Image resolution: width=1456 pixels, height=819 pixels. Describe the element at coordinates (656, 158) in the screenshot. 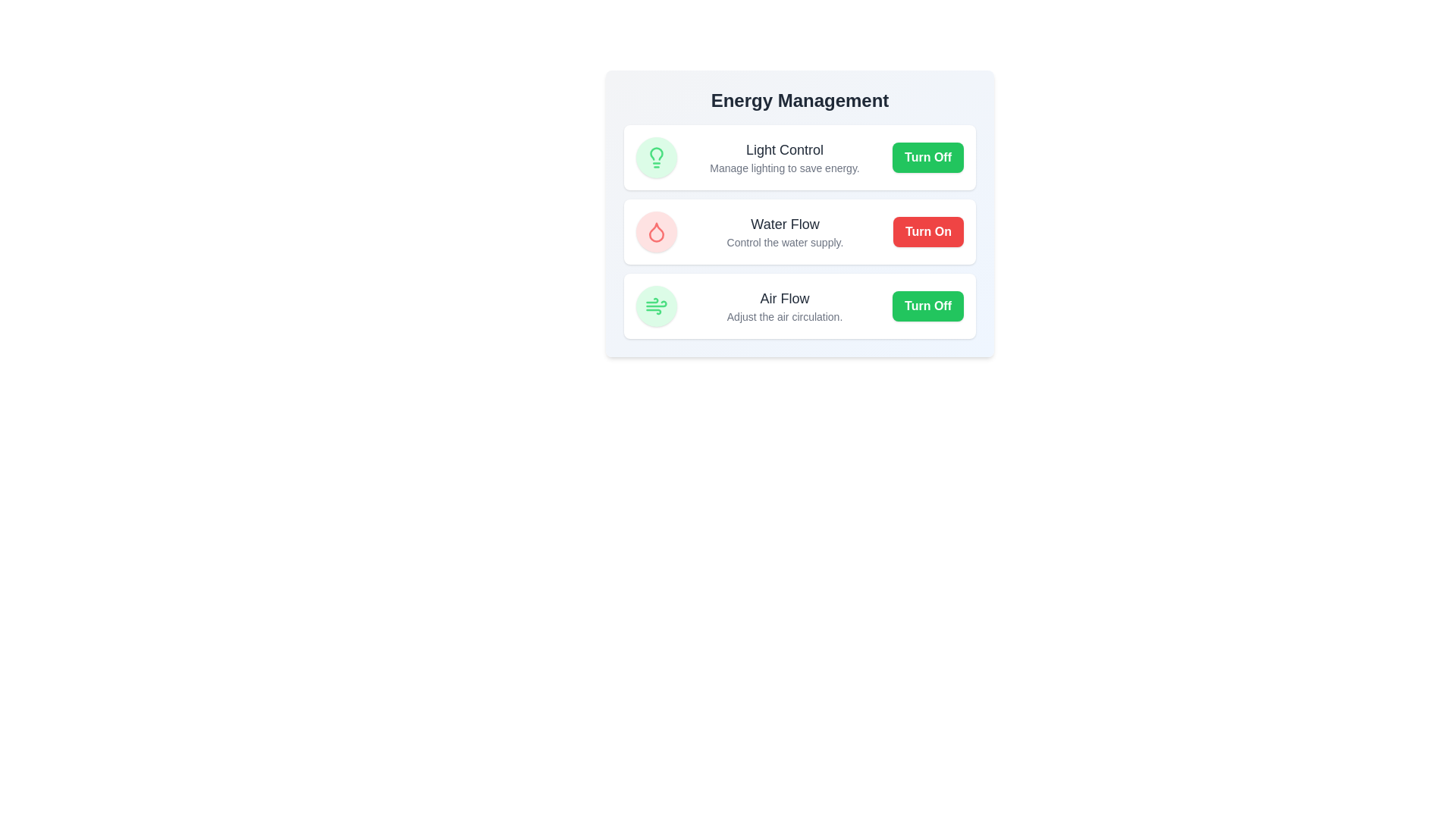

I see `the green circular icon with a lightbulb inside it, located to the left of the 'Light Control' section's text content` at that location.